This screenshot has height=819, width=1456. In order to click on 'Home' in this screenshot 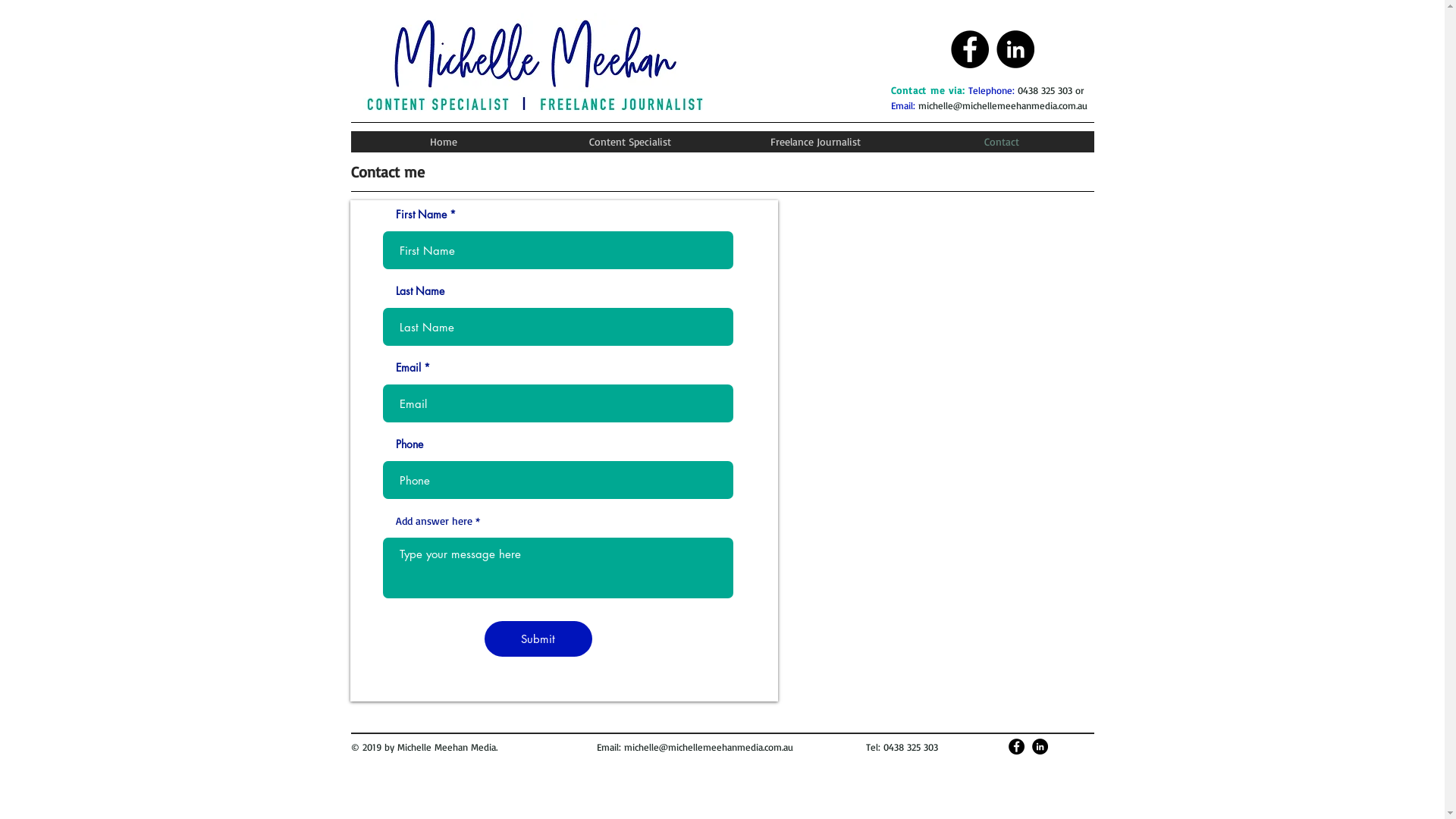, I will do `click(442, 141)`.